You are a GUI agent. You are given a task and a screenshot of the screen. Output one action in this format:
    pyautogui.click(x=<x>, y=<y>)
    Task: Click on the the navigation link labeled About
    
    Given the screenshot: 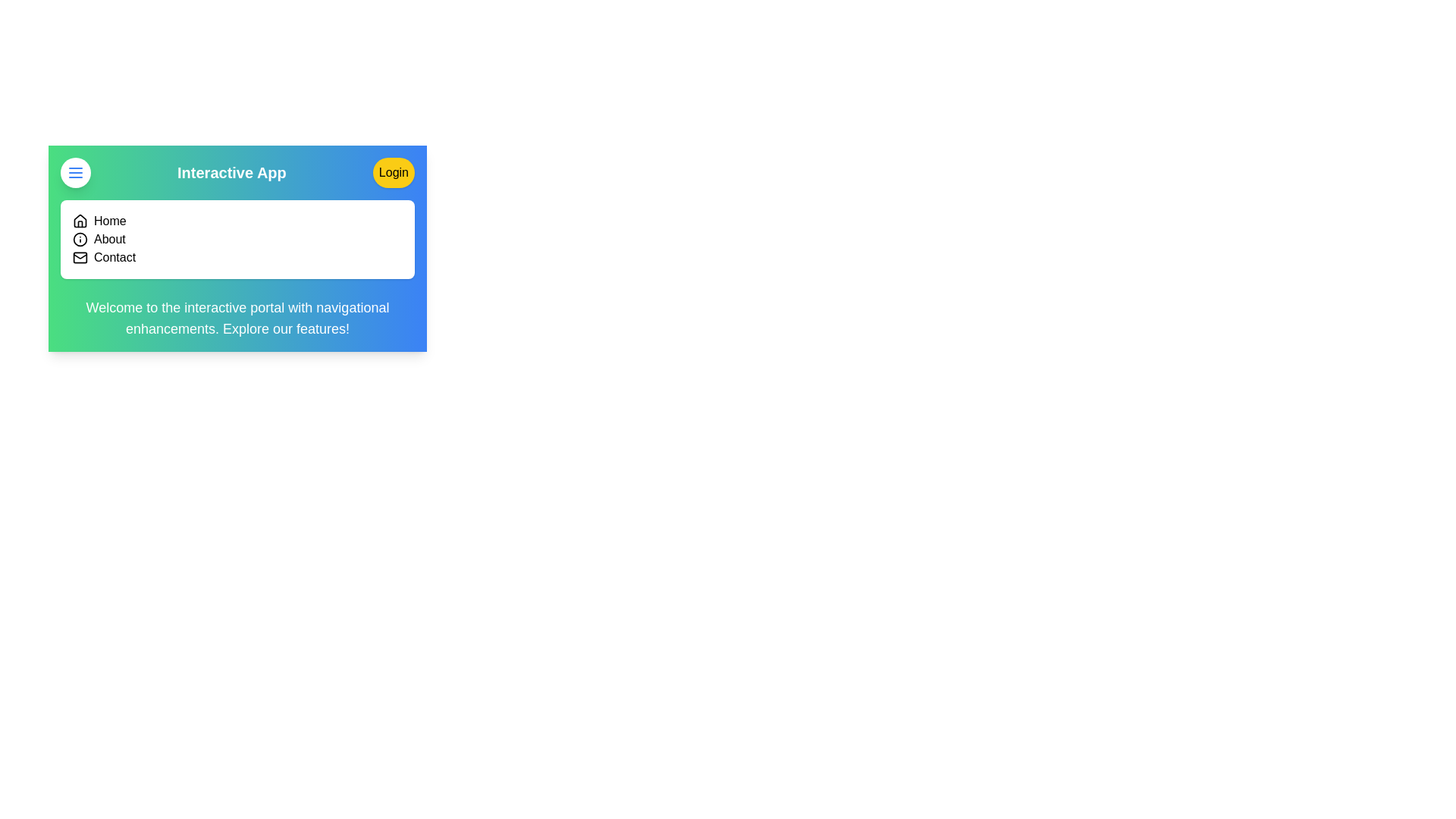 What is the action you would take?
    pyautogui.click(x=108, y=239)
    